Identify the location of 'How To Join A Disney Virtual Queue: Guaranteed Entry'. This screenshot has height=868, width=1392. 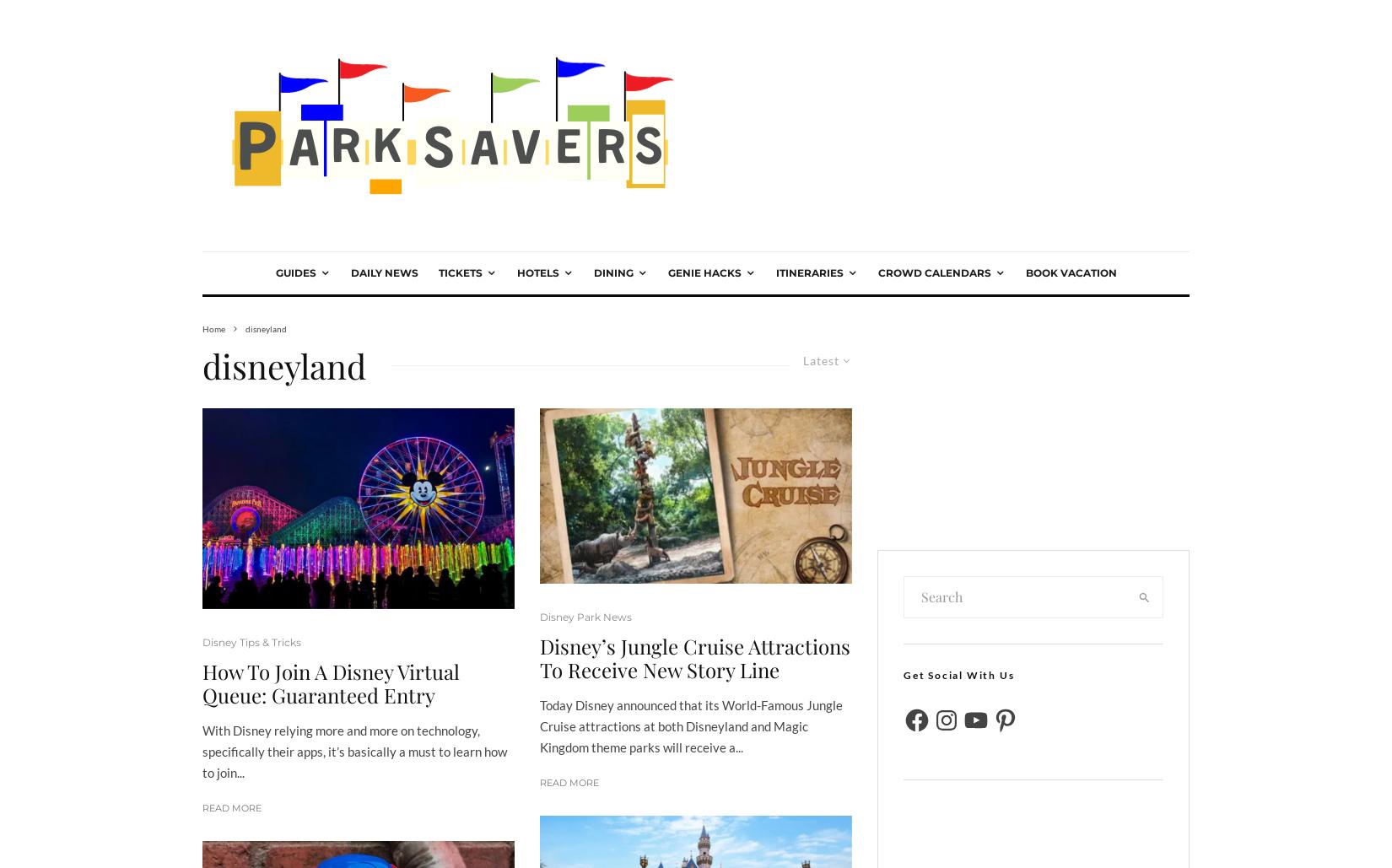
(331, 682).